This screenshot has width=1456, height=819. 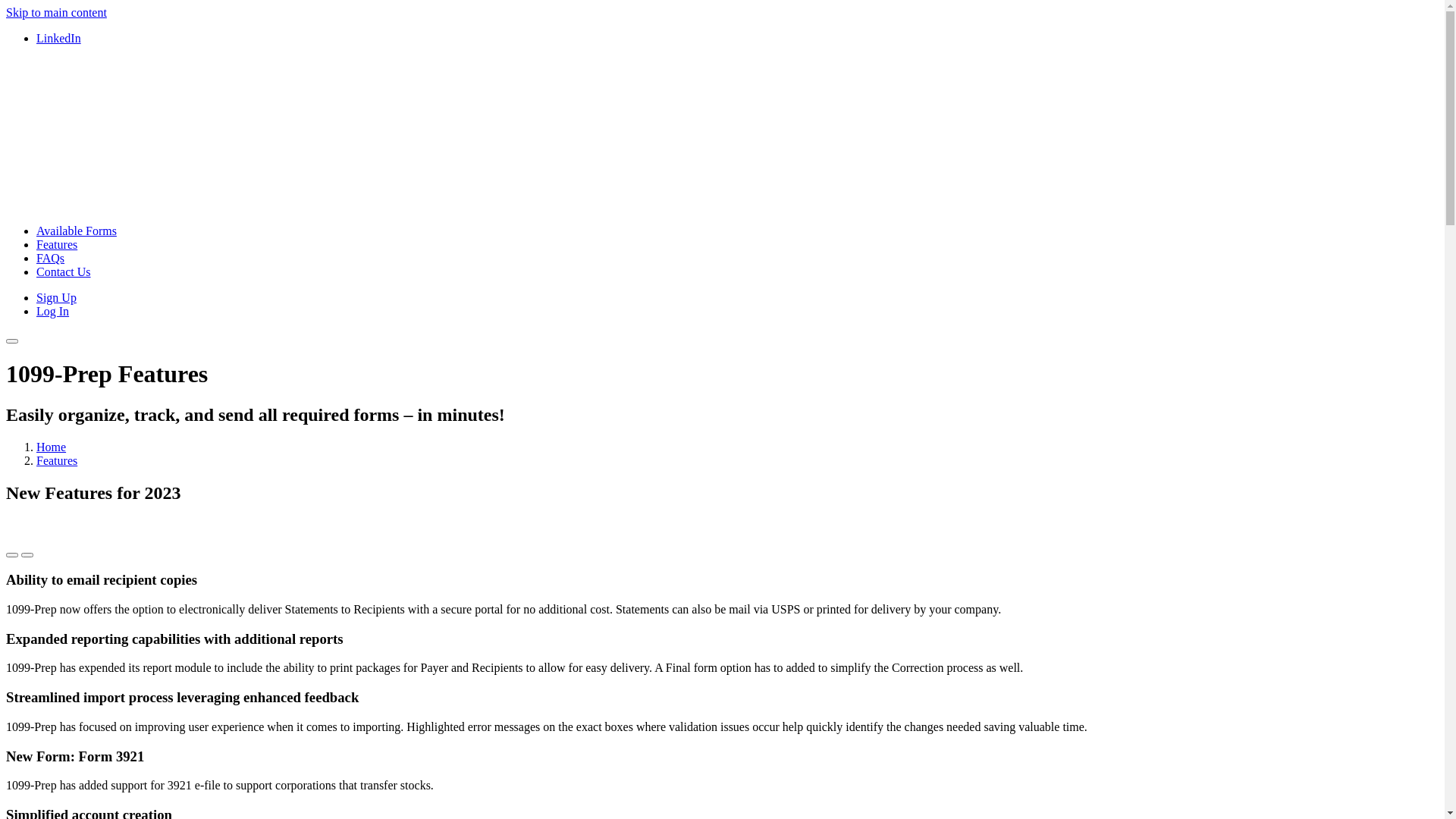 What do you see at coordinates (56, 297) in the screenshot?
I see `'Sign Up'` at bounding box center [56, 297].